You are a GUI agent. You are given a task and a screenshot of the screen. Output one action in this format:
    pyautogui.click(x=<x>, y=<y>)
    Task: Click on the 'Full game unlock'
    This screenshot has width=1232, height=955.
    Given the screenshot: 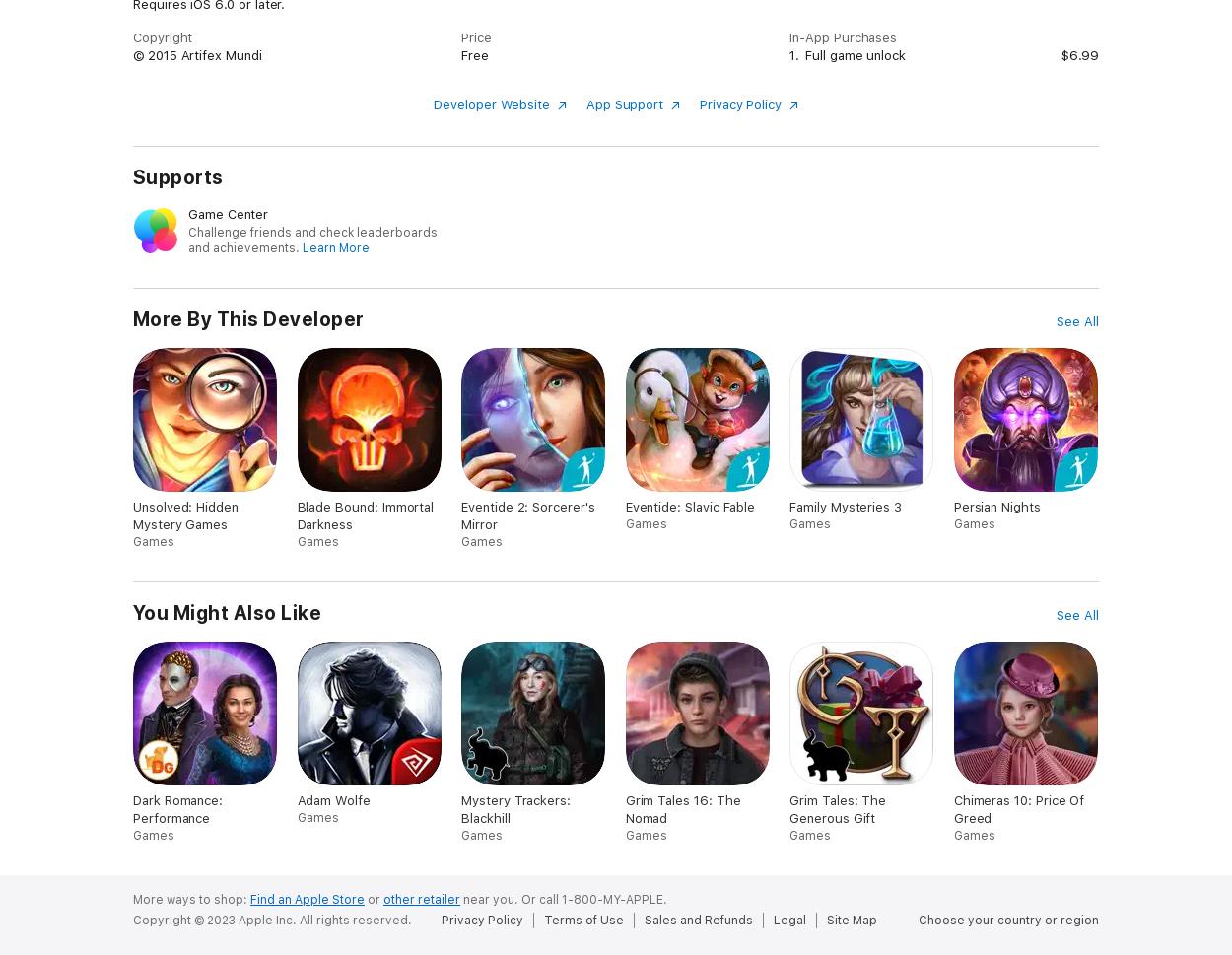 What is the action you would take?
    pyautogui.click(x=855, y=53)
    